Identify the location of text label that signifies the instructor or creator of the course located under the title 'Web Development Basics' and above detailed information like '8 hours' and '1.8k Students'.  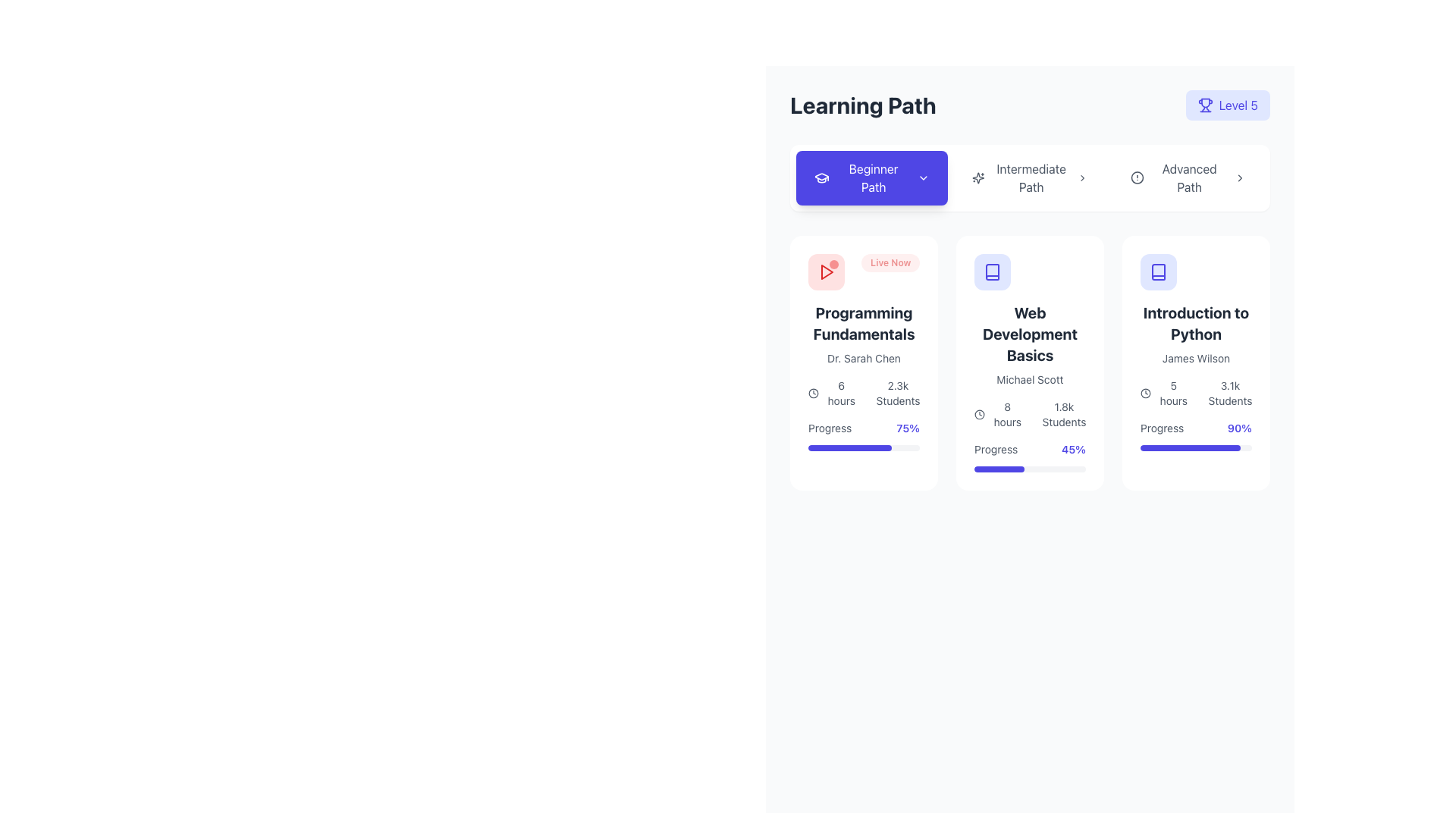
(1030, 379).